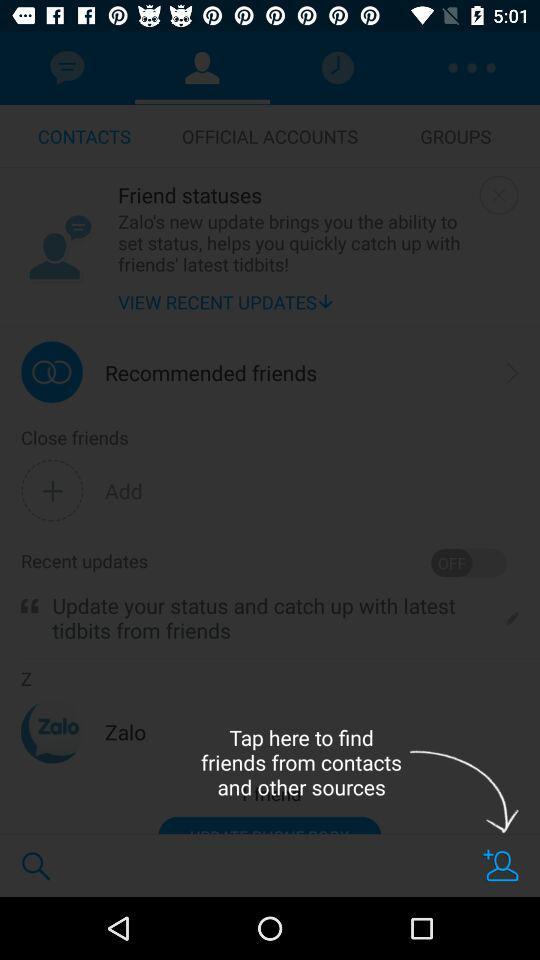 The height and width of the screenshot is (960, 540). Describe the element at coordinates (293, 194) in the screenshot. I see `friend statuses icon` at that location.